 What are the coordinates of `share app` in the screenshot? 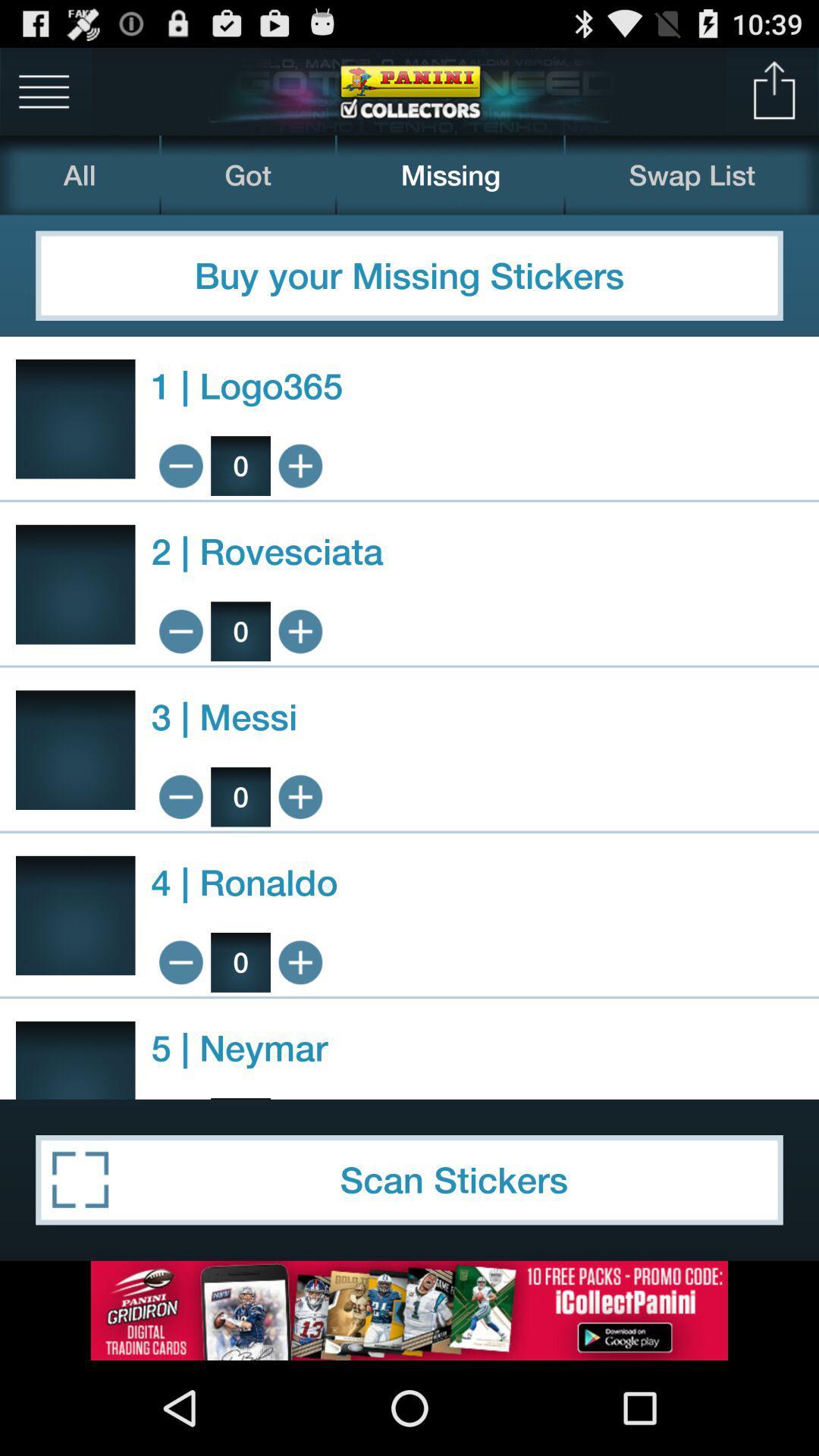 It's located at (774, 90).